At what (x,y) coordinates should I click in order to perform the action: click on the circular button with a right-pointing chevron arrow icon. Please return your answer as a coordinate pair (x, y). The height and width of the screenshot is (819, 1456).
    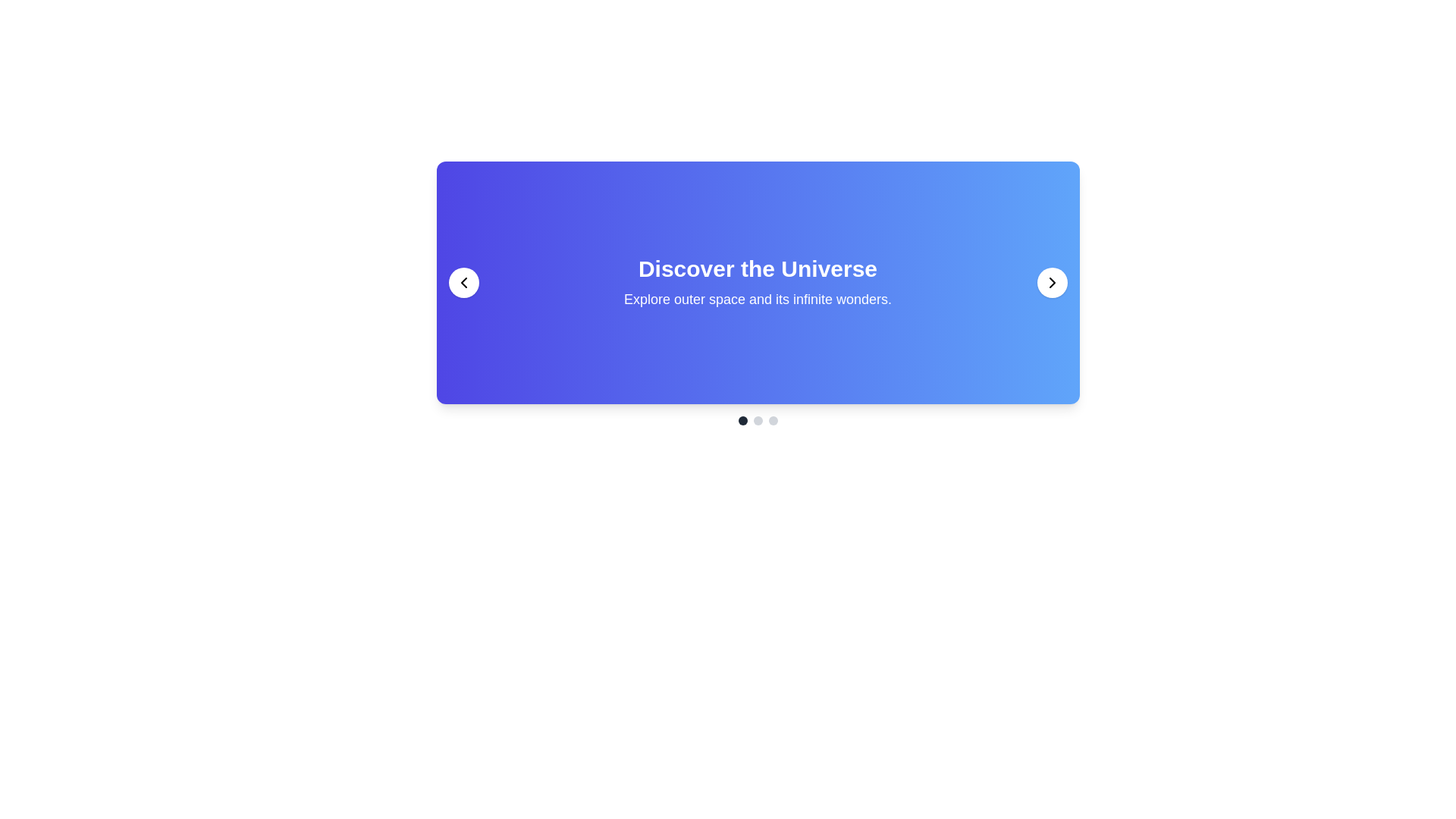
    Looking at the image, I should click on (1051, 283).